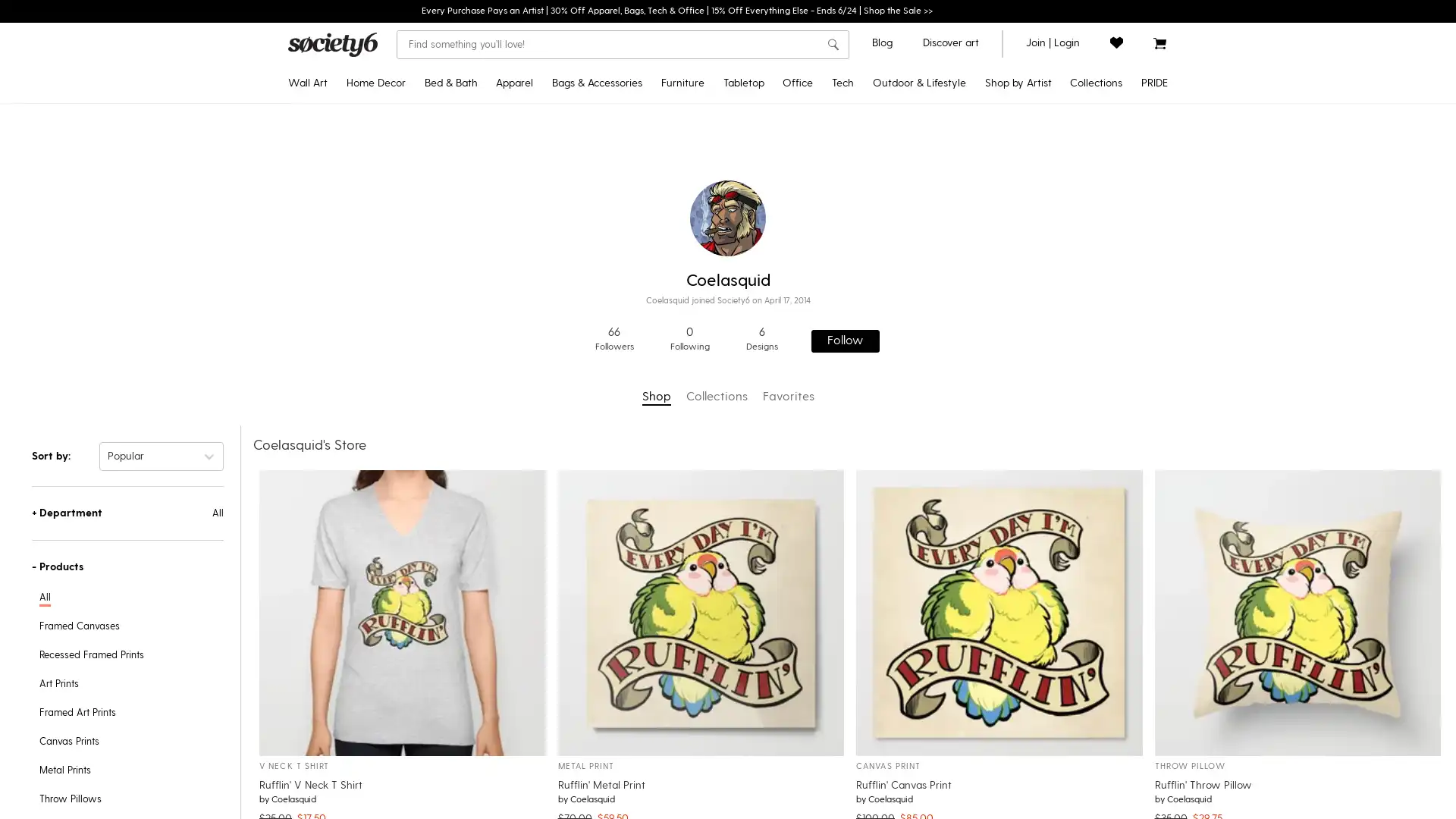 The height and width of the screenshot is (819, 1456). I want to click on Desk MatsNEW, so click(835, 121).